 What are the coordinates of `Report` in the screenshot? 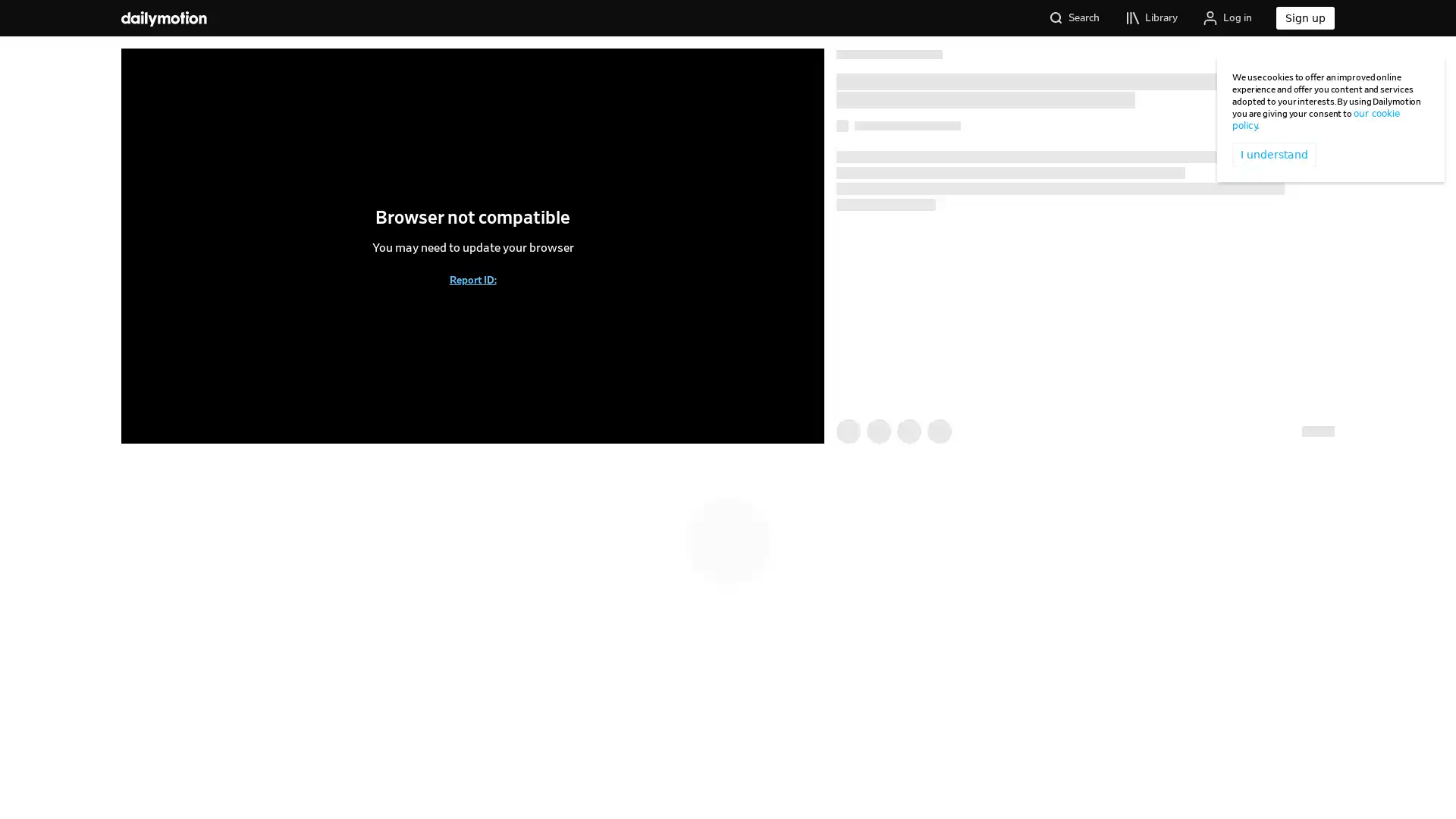 It's located at (1319, 383).